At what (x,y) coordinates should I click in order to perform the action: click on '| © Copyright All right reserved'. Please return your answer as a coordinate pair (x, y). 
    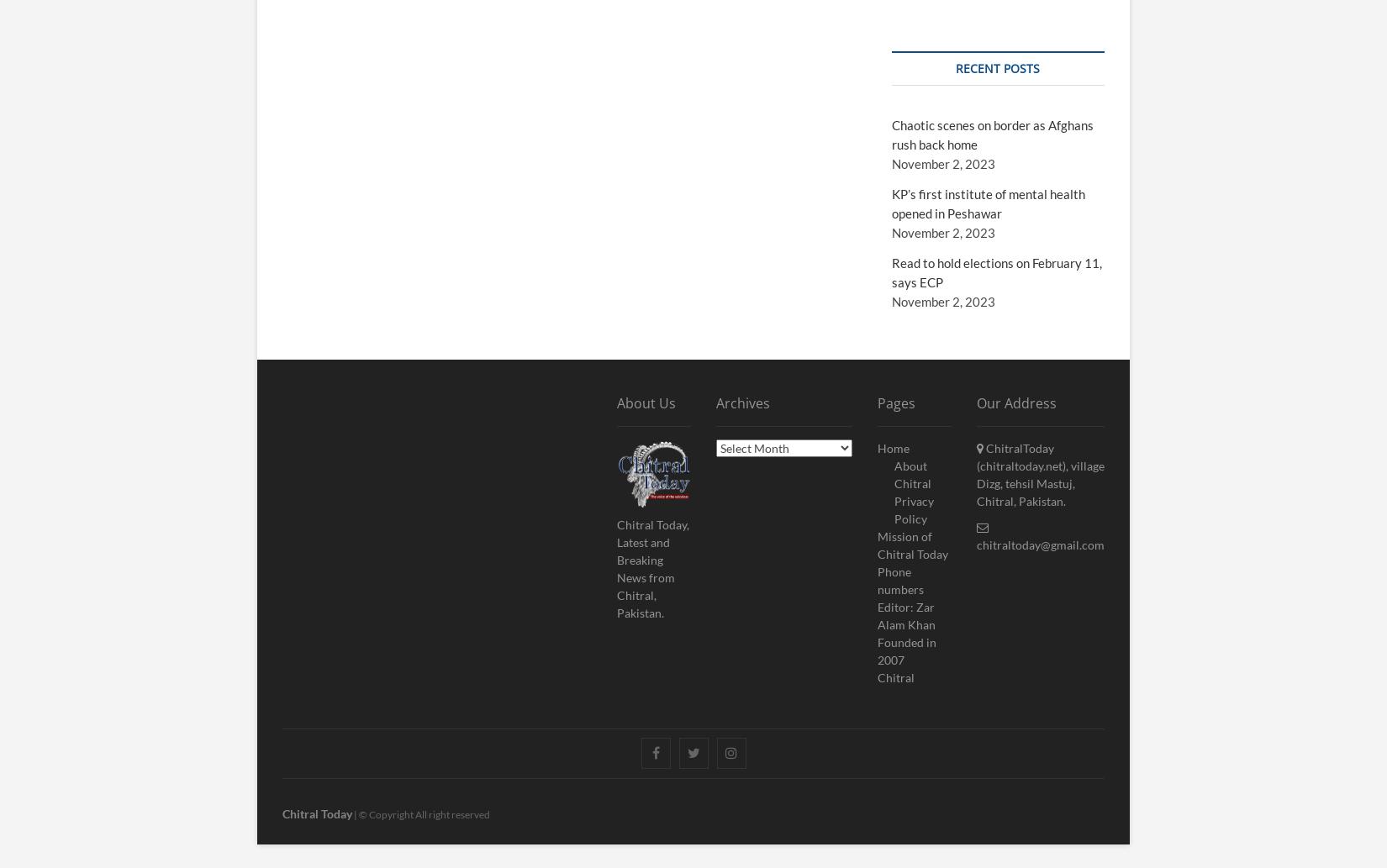
    Looking at the image, I should click on (420, 813).